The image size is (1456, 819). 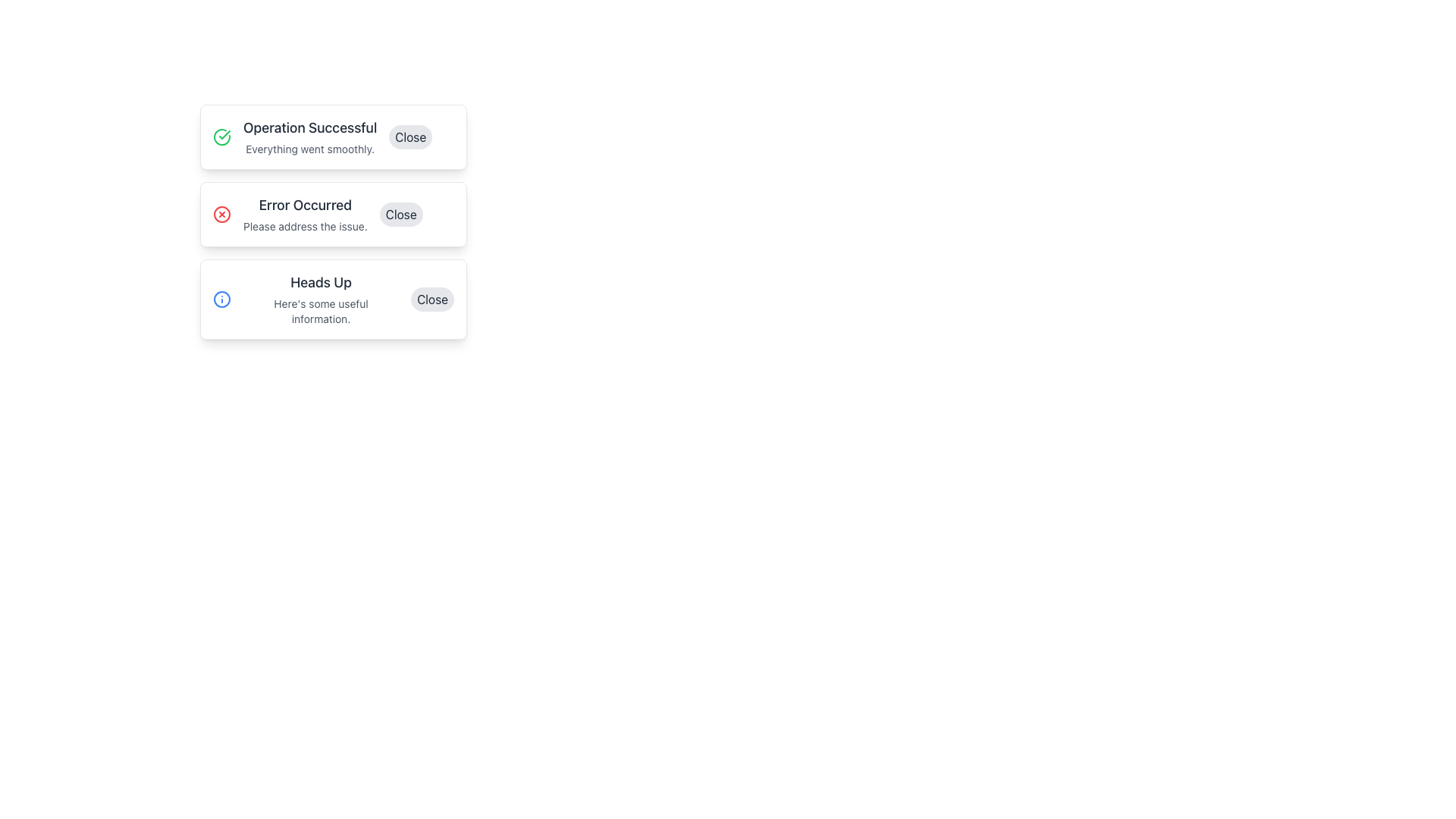 What do you see at coordinates (320, 311) in the screenshot?
I see `text content of the second element inside the card titled 'Heads Up', which is located third in the vertical sequence of cards` at bounding box center [320, 311].